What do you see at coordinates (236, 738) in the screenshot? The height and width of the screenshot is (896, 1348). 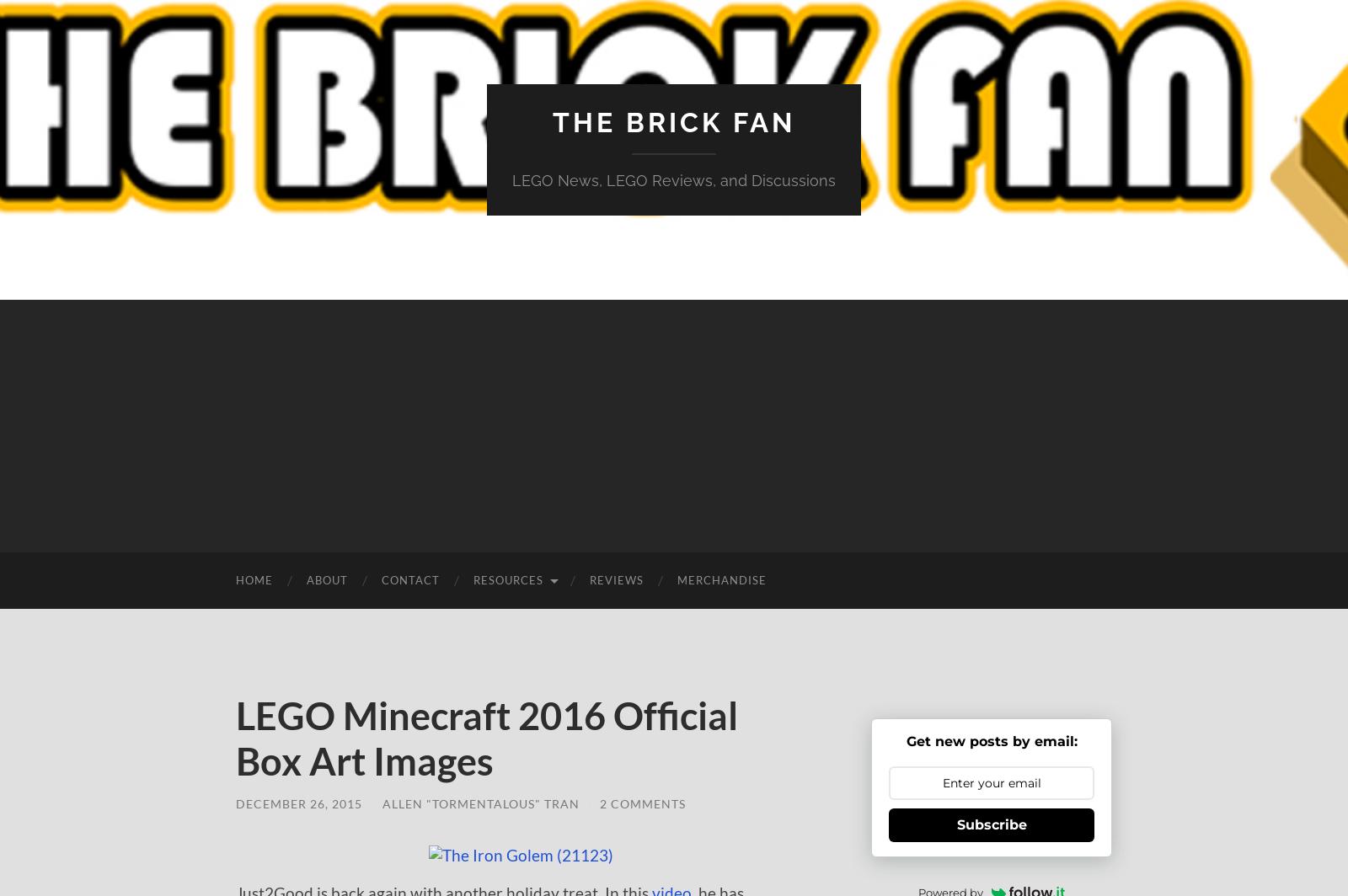 I see `'LEGO Minecraft 2016 Official Box Art Images'` at bounding box center [236, 738].